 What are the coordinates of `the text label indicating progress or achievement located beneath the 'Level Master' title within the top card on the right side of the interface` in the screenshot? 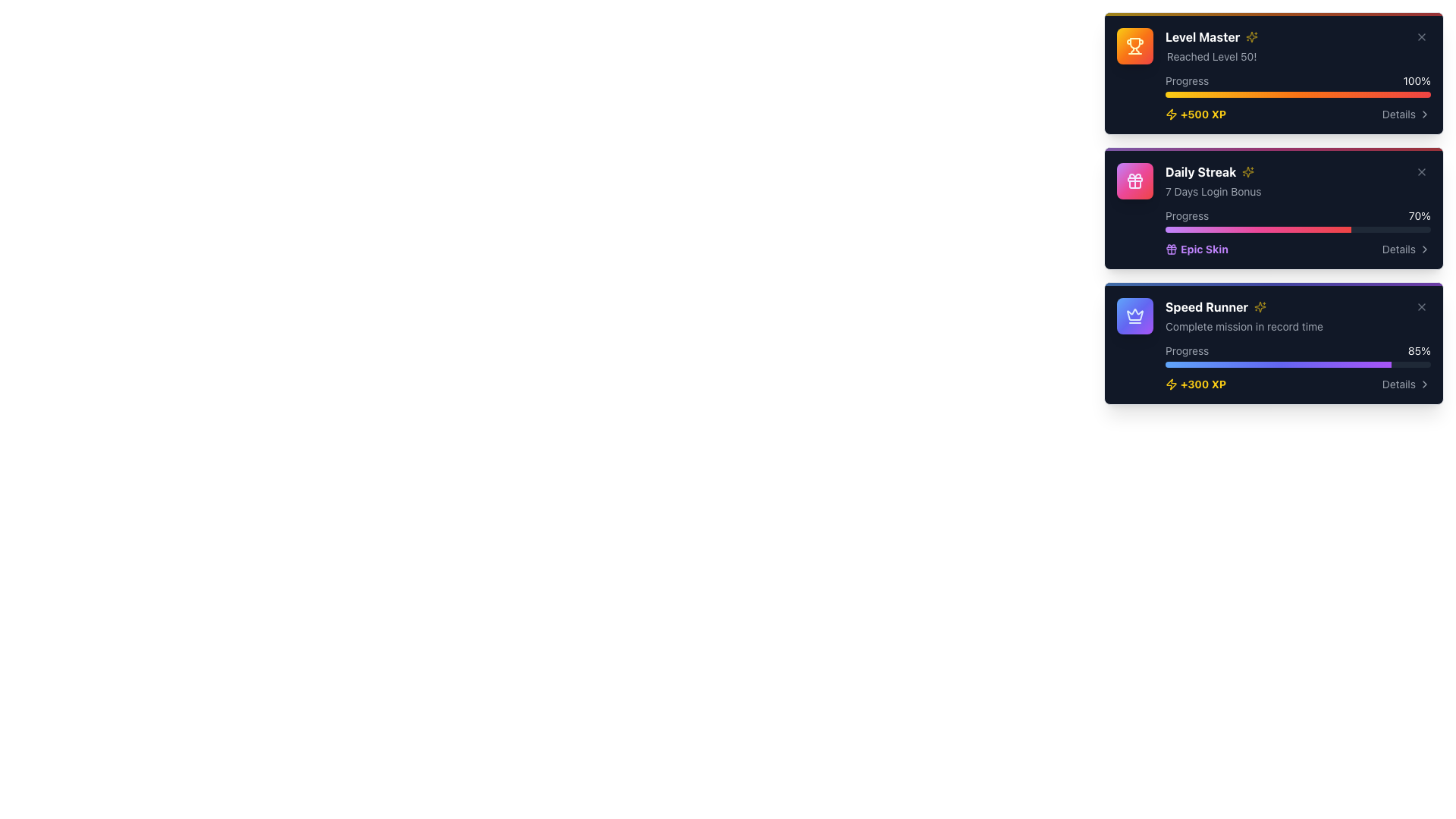 It's located at (1211, 55).